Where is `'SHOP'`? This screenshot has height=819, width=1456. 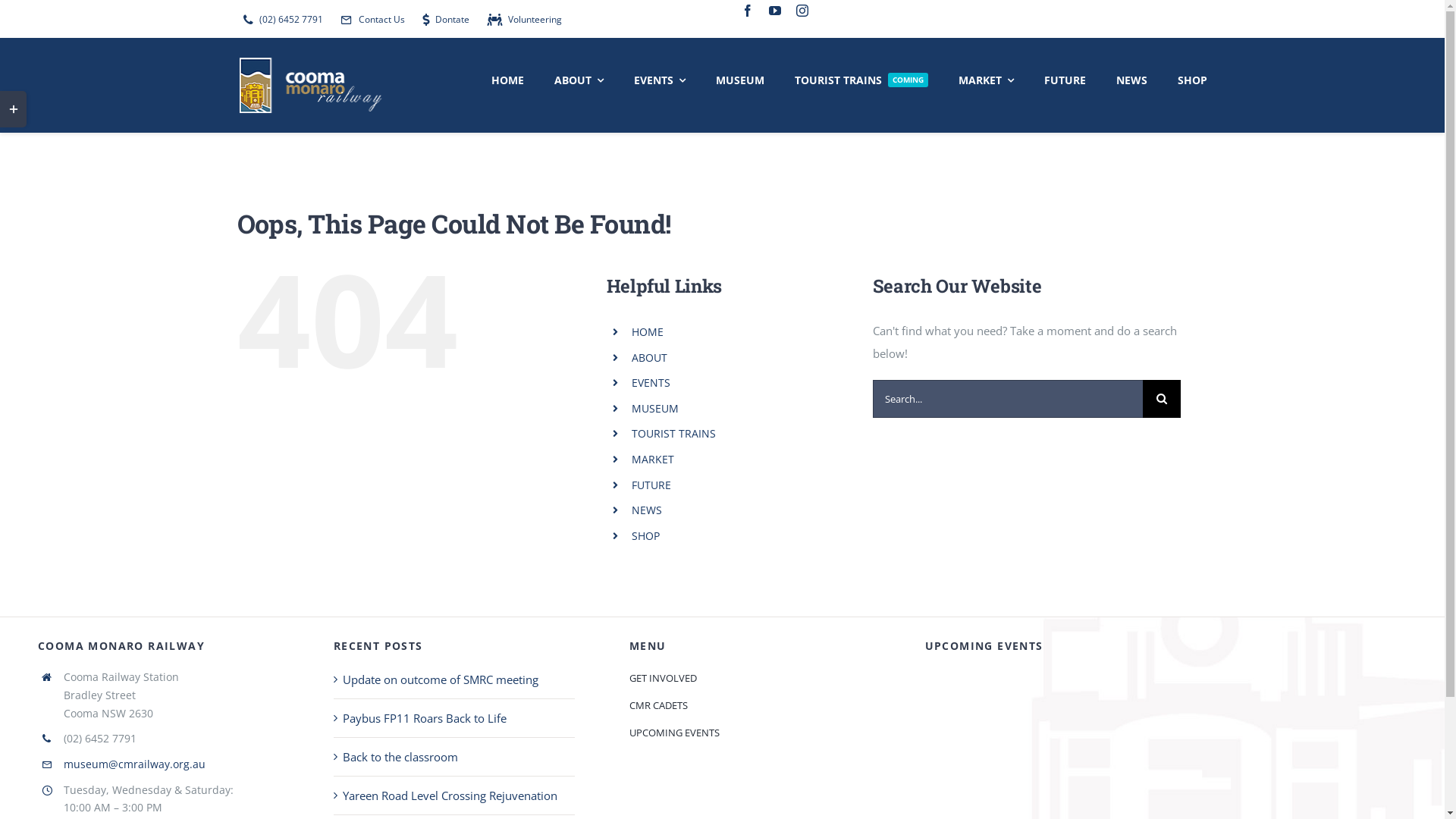 'SHOP' is located at coordinates (645, 535).